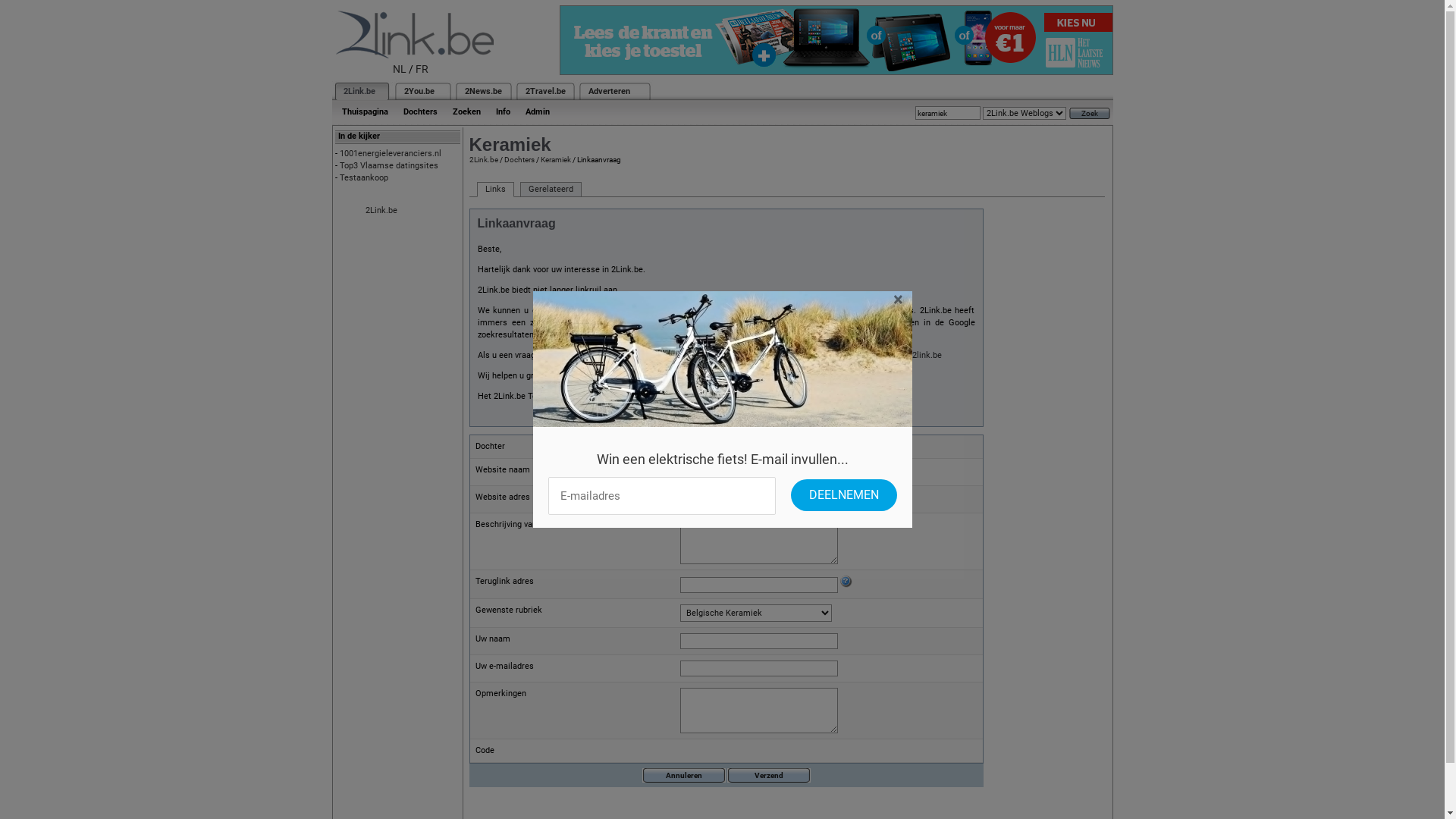  Describe the element at coordinates (364, 111) in the screenshot. I see `'Thuispagina'` at that location.